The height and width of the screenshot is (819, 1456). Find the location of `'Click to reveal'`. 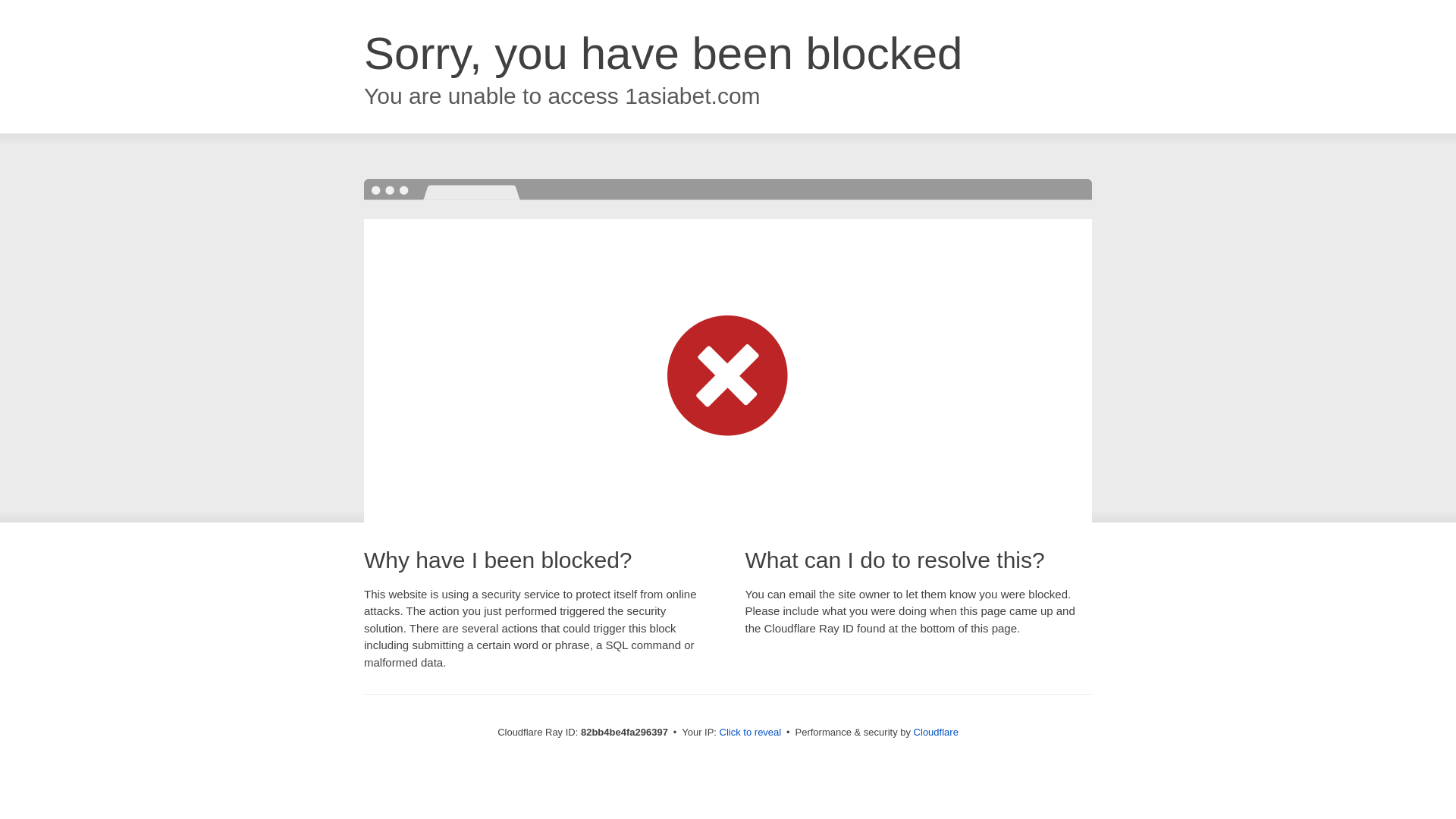

'Click to reveal' is located at coordinates (750, 731).